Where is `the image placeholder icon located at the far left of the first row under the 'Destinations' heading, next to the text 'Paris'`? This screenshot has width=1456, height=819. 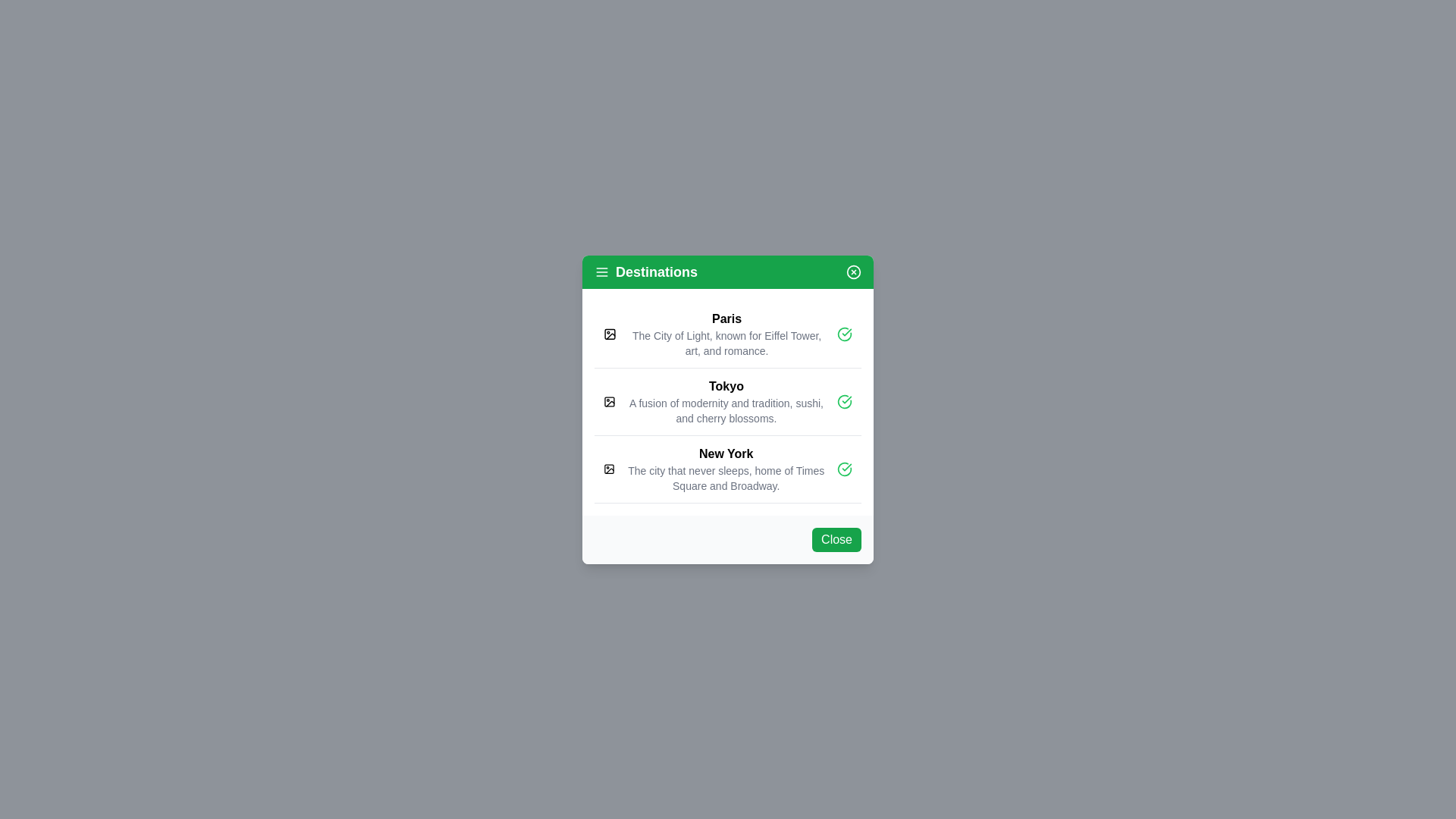
the image placeholder icon located at the far left of the first row under the 'Destinations' heading, next to the text 'Paris' is located at coordinates (610, 333).